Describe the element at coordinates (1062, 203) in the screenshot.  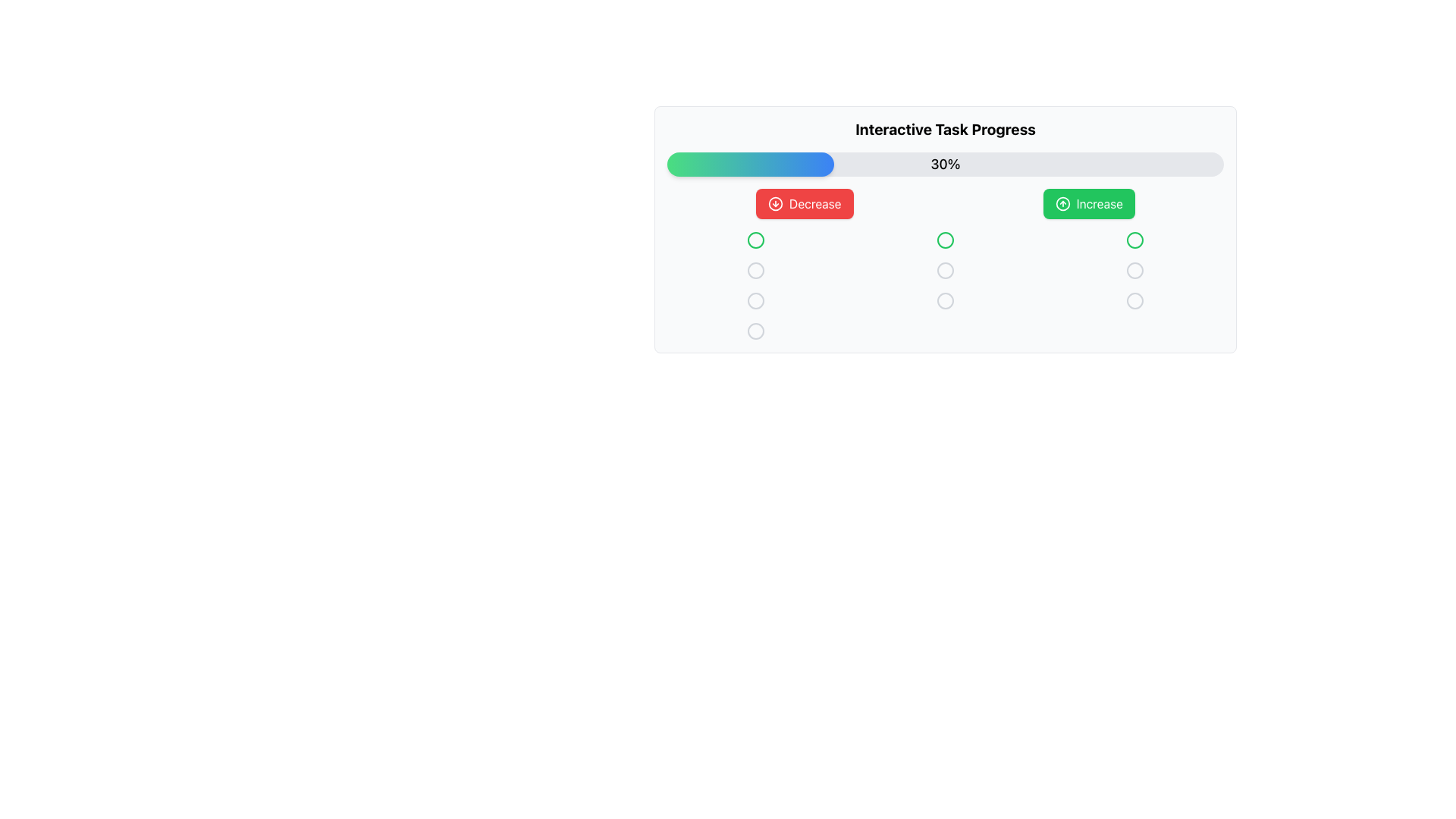
I see `the SVG Circle Element representing the 'Increase' button, which is visually linked to the arrow-circle-up icon and located under the 'Interactive Task Progress' heading` at that location.